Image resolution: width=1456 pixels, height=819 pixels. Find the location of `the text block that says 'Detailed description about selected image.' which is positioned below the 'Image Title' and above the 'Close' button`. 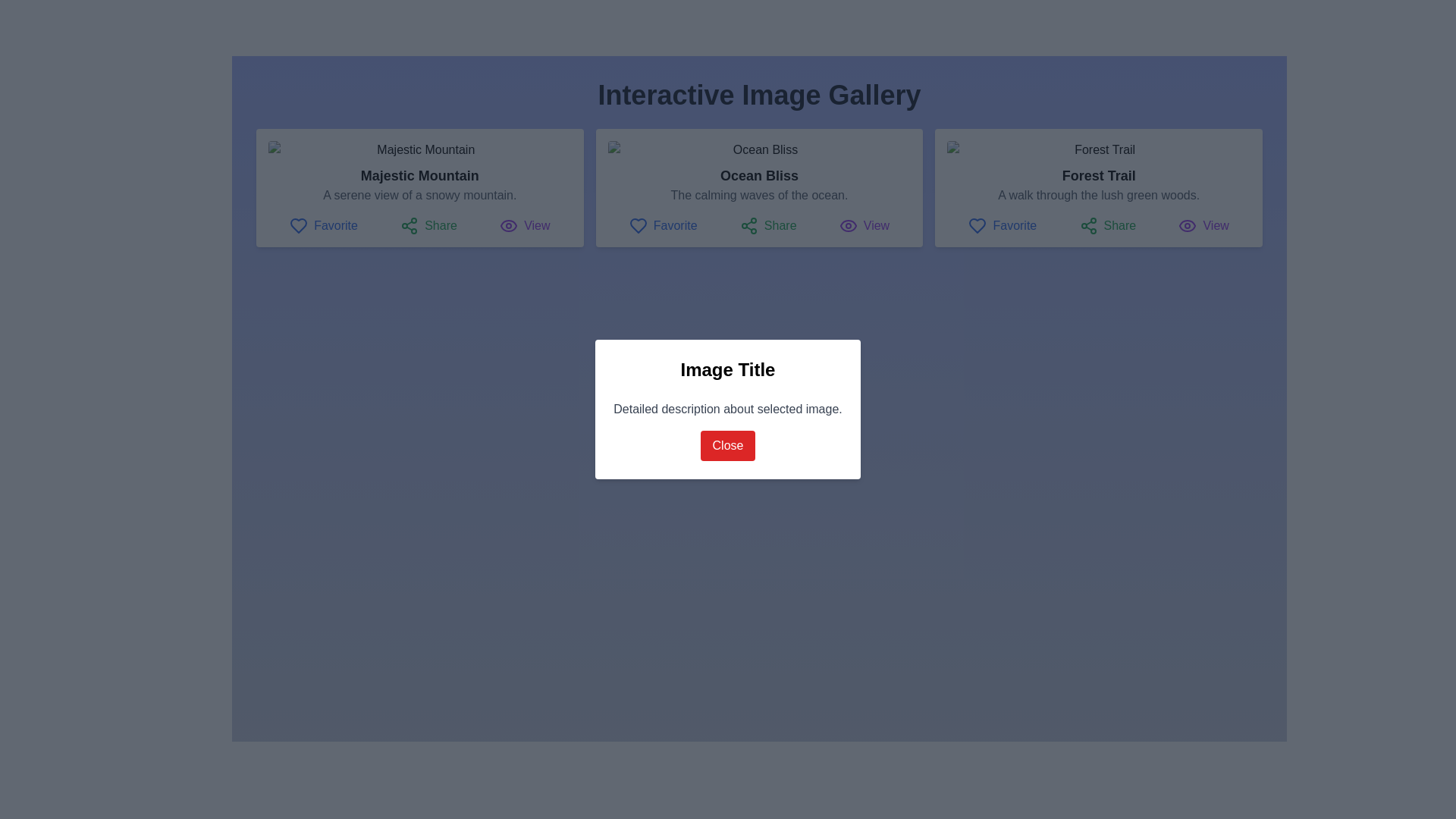

the text block that says 'Detailed description about selected image.' which is positioned below the 'Image Title' and above the 'Close' button is located at coordinates (728, 409).